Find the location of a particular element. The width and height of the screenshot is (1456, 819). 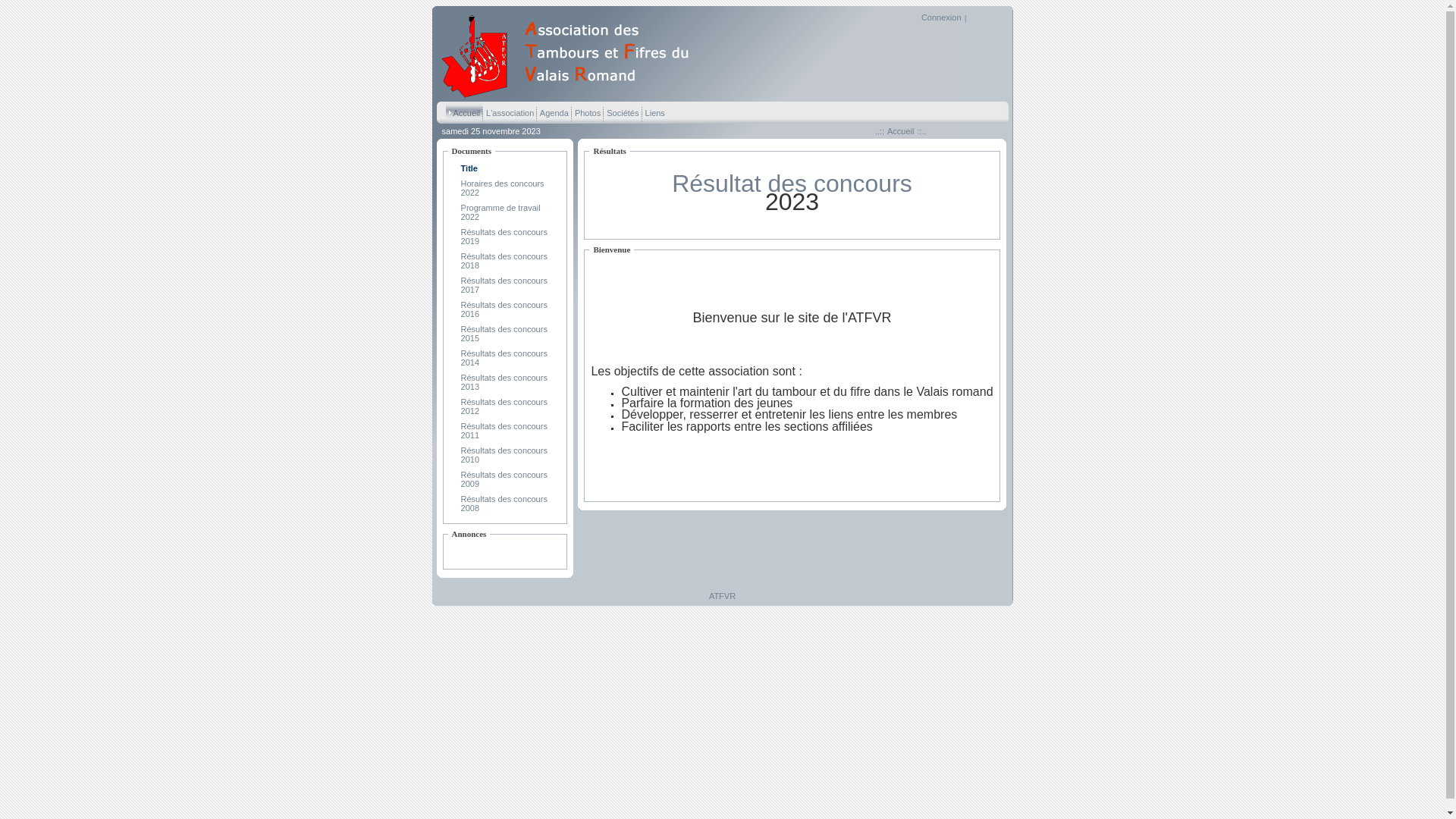

' Agenda ' is located at coordinates (552, 111).